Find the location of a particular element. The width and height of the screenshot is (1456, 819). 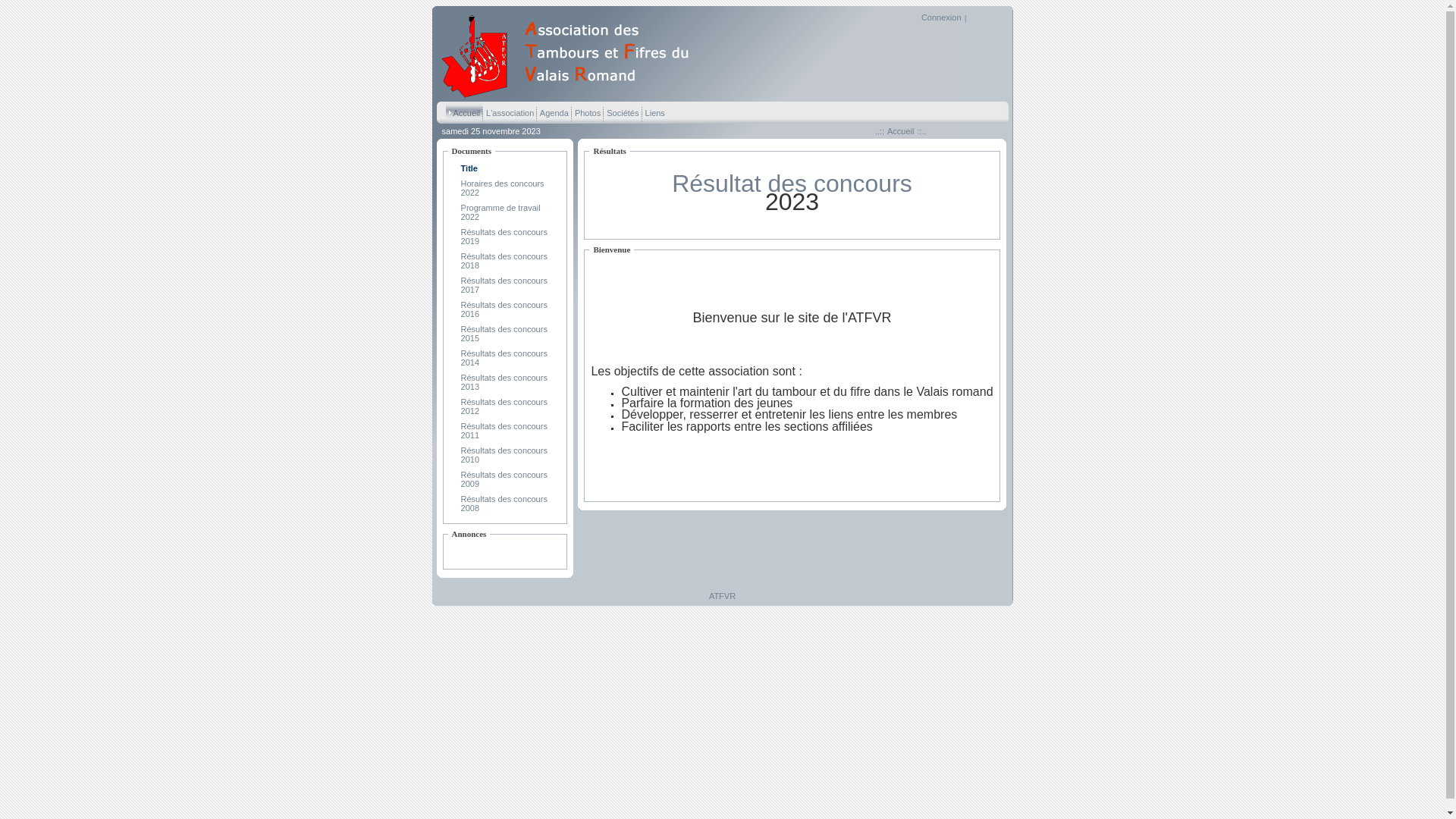

' Agenda ' is located at coordinates (552, 111).